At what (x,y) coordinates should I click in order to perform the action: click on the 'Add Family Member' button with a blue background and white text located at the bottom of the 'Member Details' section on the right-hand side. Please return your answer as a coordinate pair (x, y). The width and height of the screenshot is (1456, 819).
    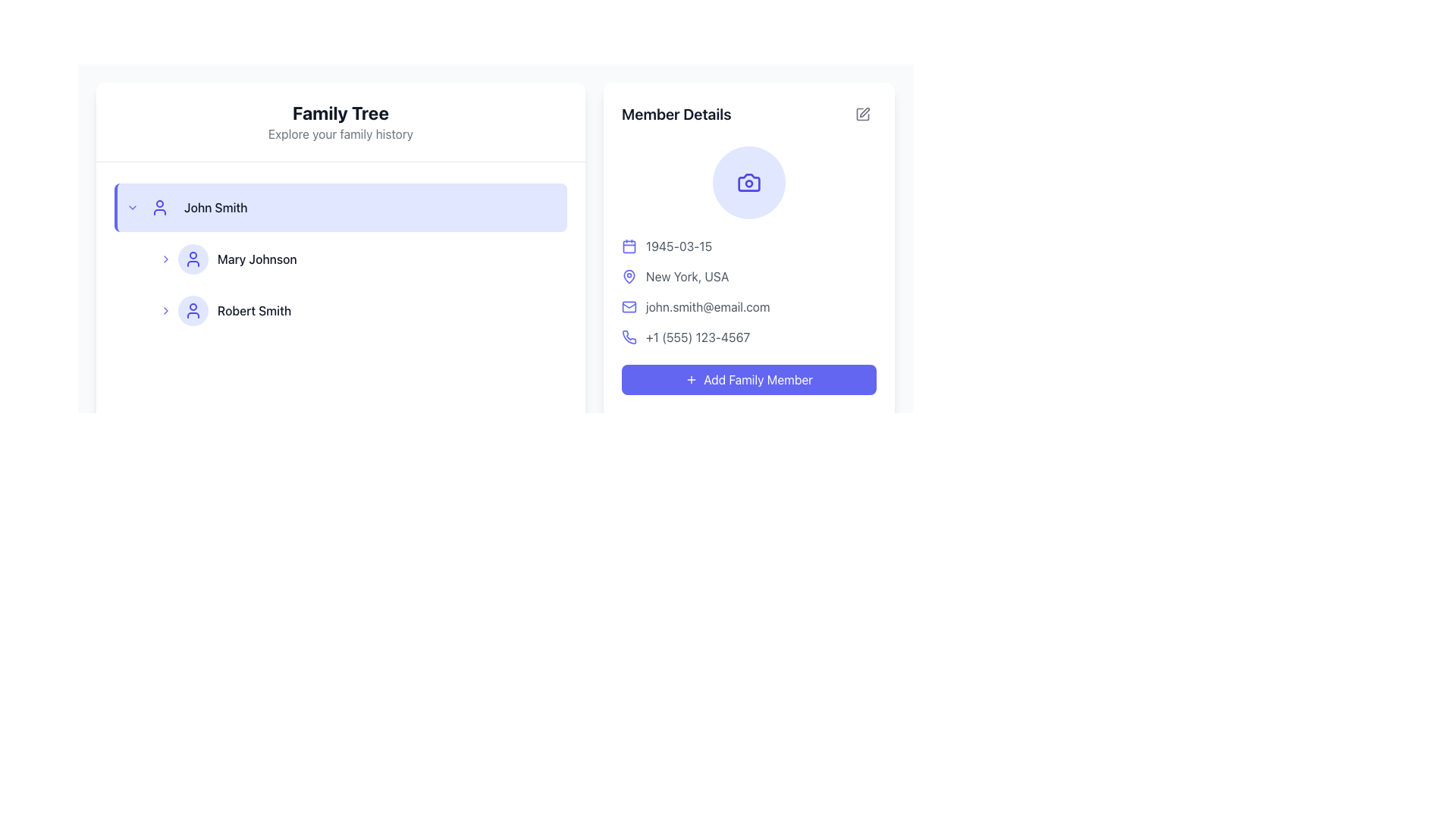
    Looking at the image, I should click on (749, 379).